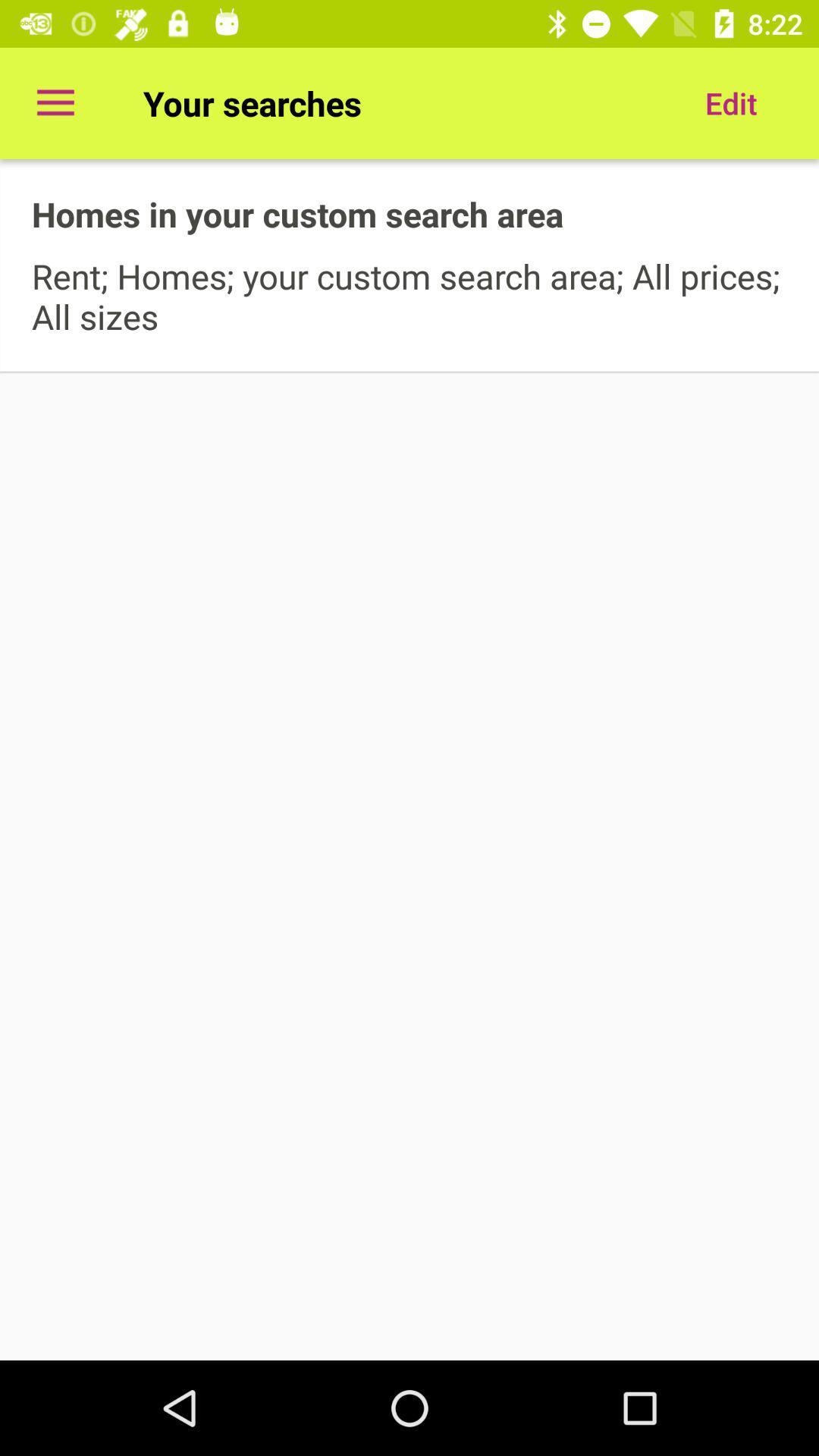 The height and width of the screenshot is (1456, 819). I want to click on item at the top left corner, so click(55, 102).